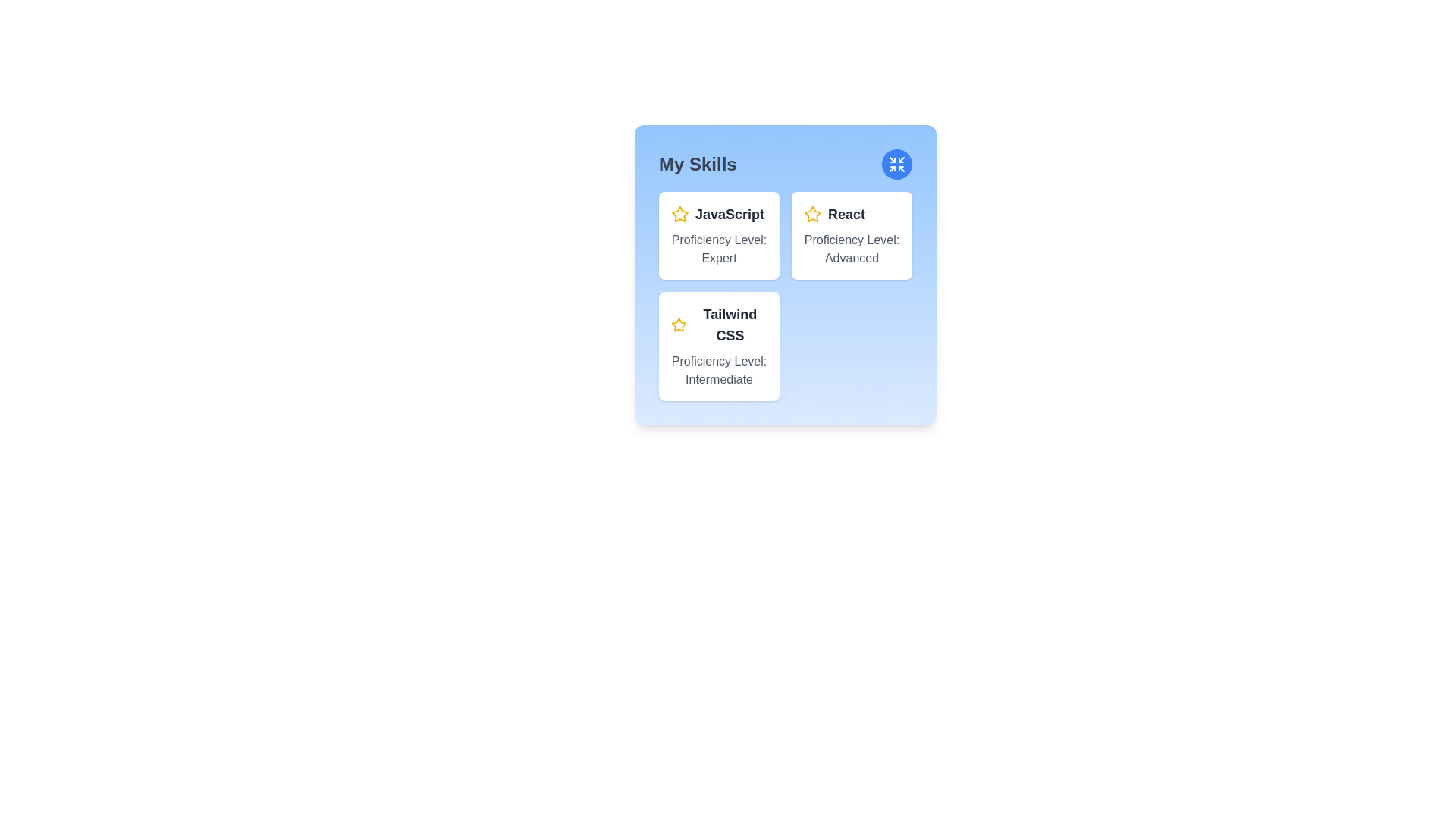 Image resolution: width=1456 pixels, height=819 pixels. I want to click on the star-shaped icon with a yellow fill that indicates a prominent emphasis in the skill listing card for 'Tailwind CSS.', so click(678, 324).